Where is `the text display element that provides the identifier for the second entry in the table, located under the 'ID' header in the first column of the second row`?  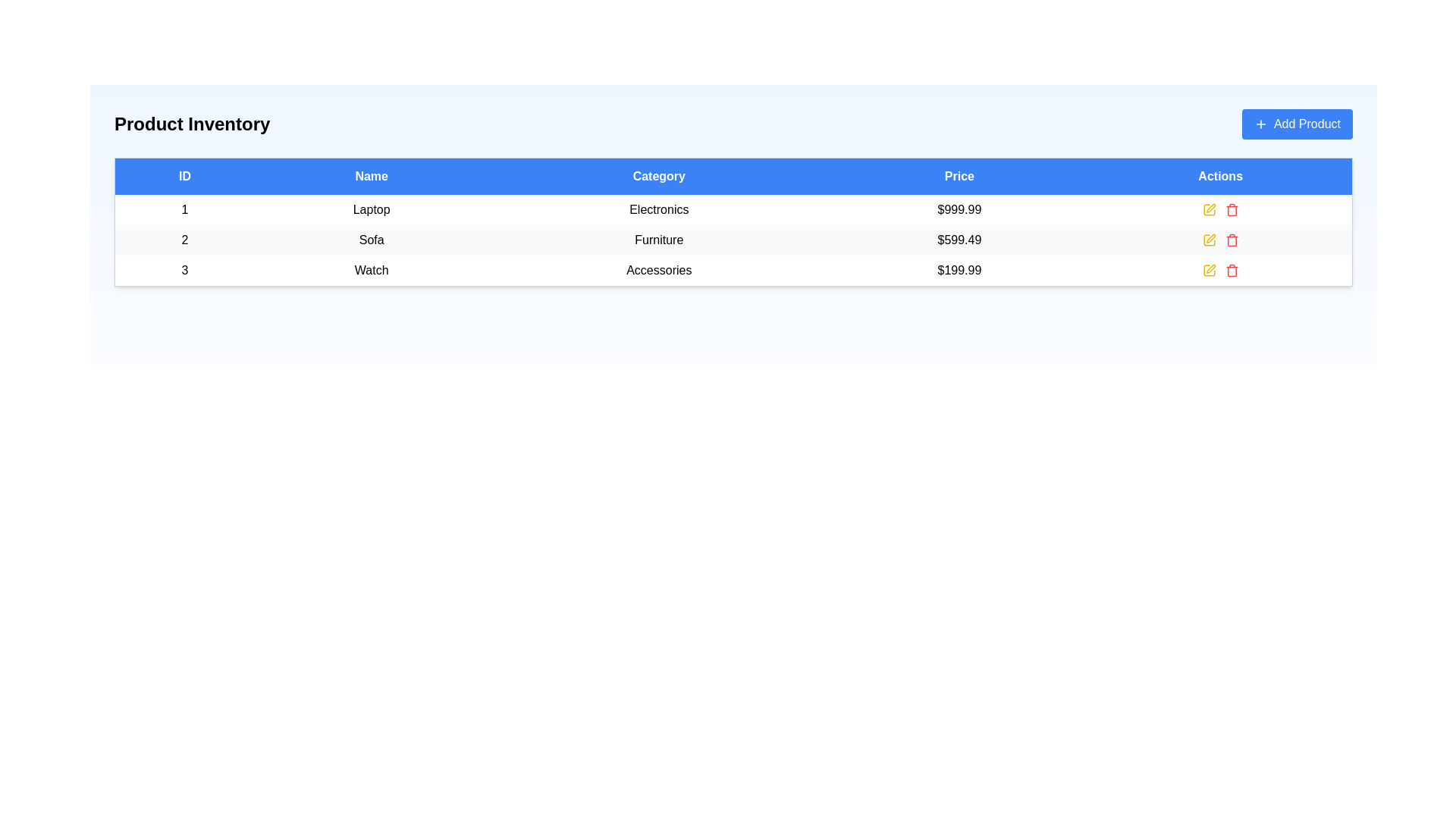 the text display element that provides the identifier for the second entry in the table, located under the 'ID' header in the first column of the second row is located at coordinates (184, 239).